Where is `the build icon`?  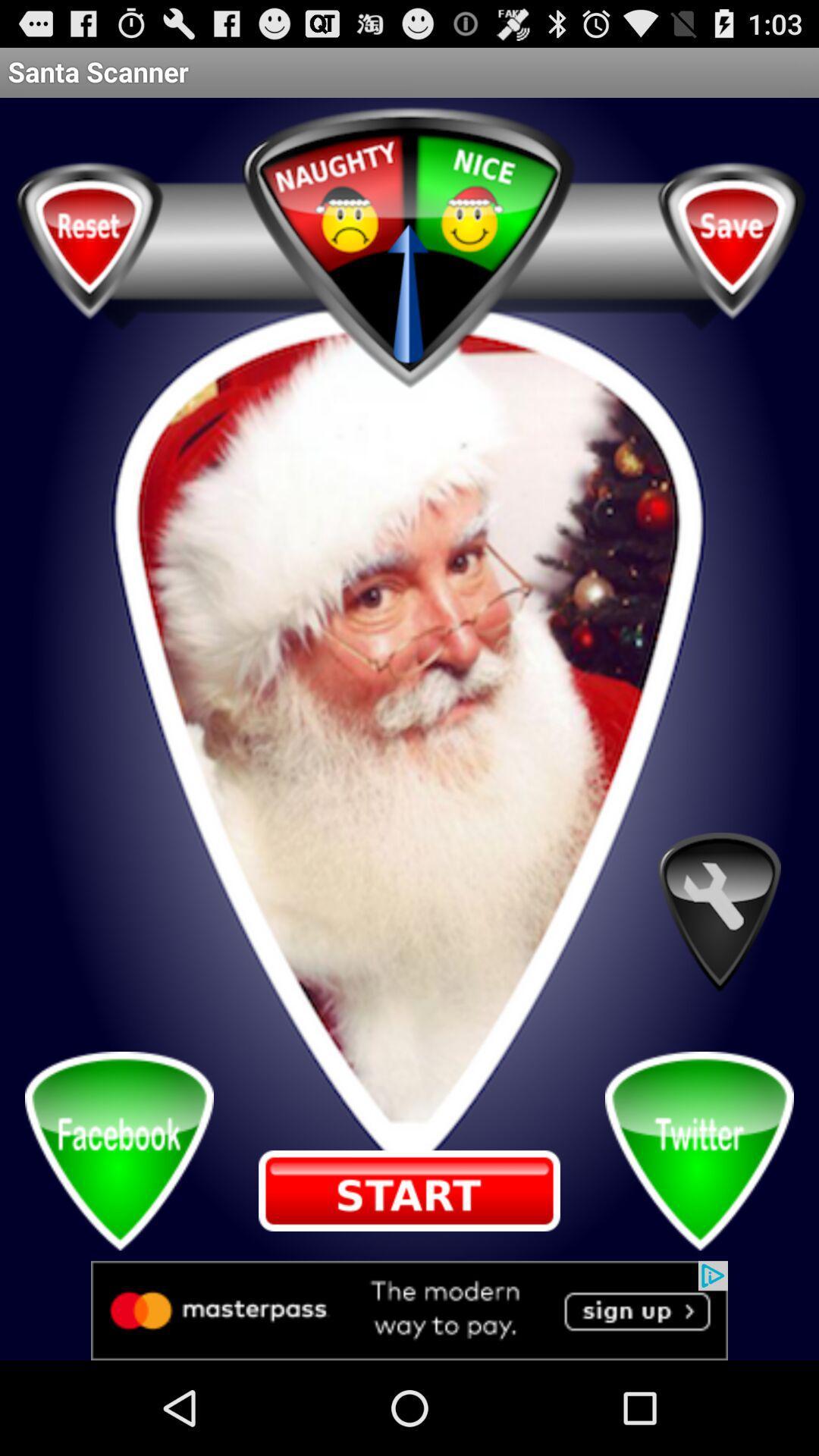 the build icon is located at coordinates (718, 976).